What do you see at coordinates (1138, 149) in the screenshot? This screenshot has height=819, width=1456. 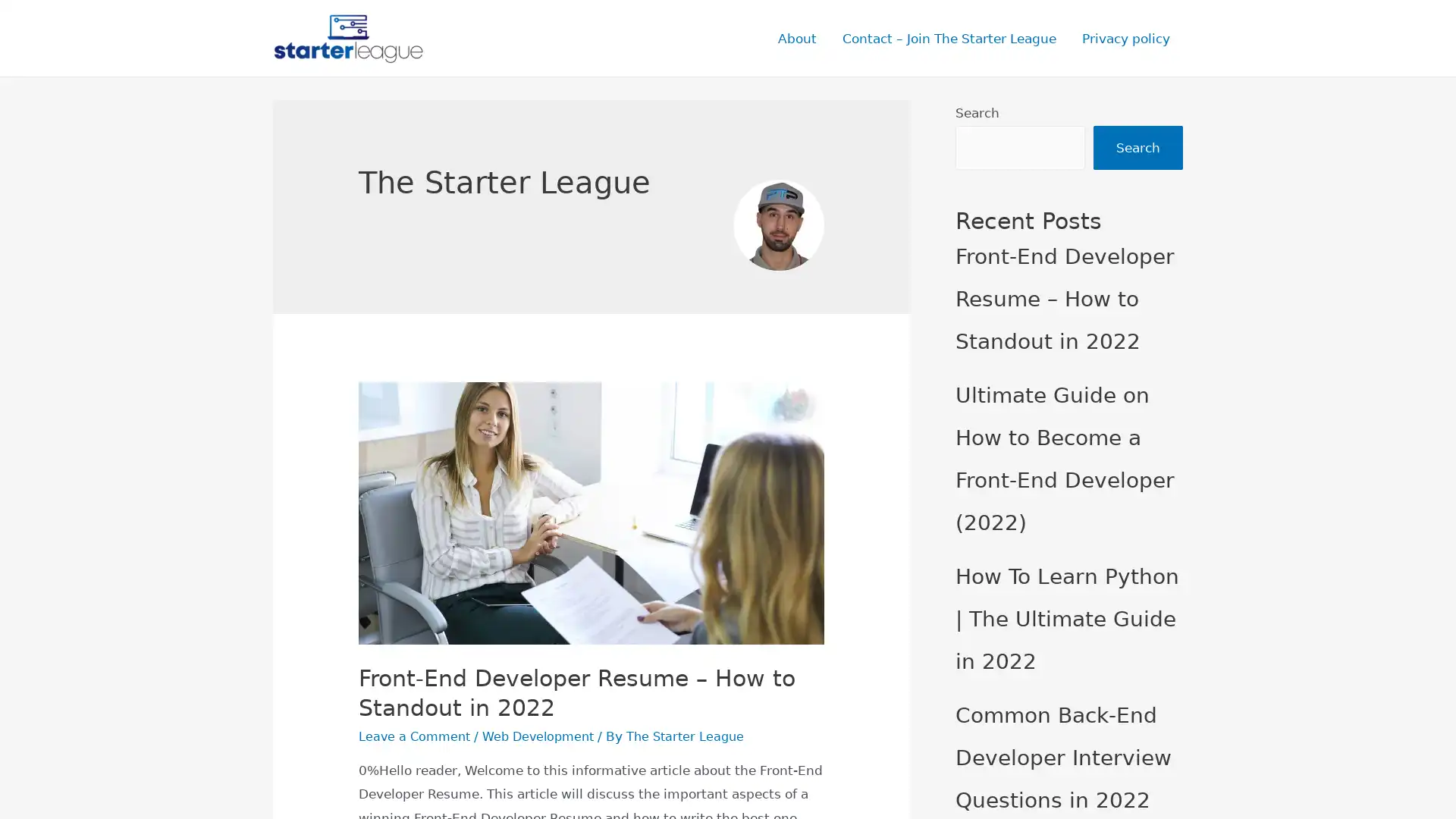 I see `Search` at bounding box center [1138, 149].